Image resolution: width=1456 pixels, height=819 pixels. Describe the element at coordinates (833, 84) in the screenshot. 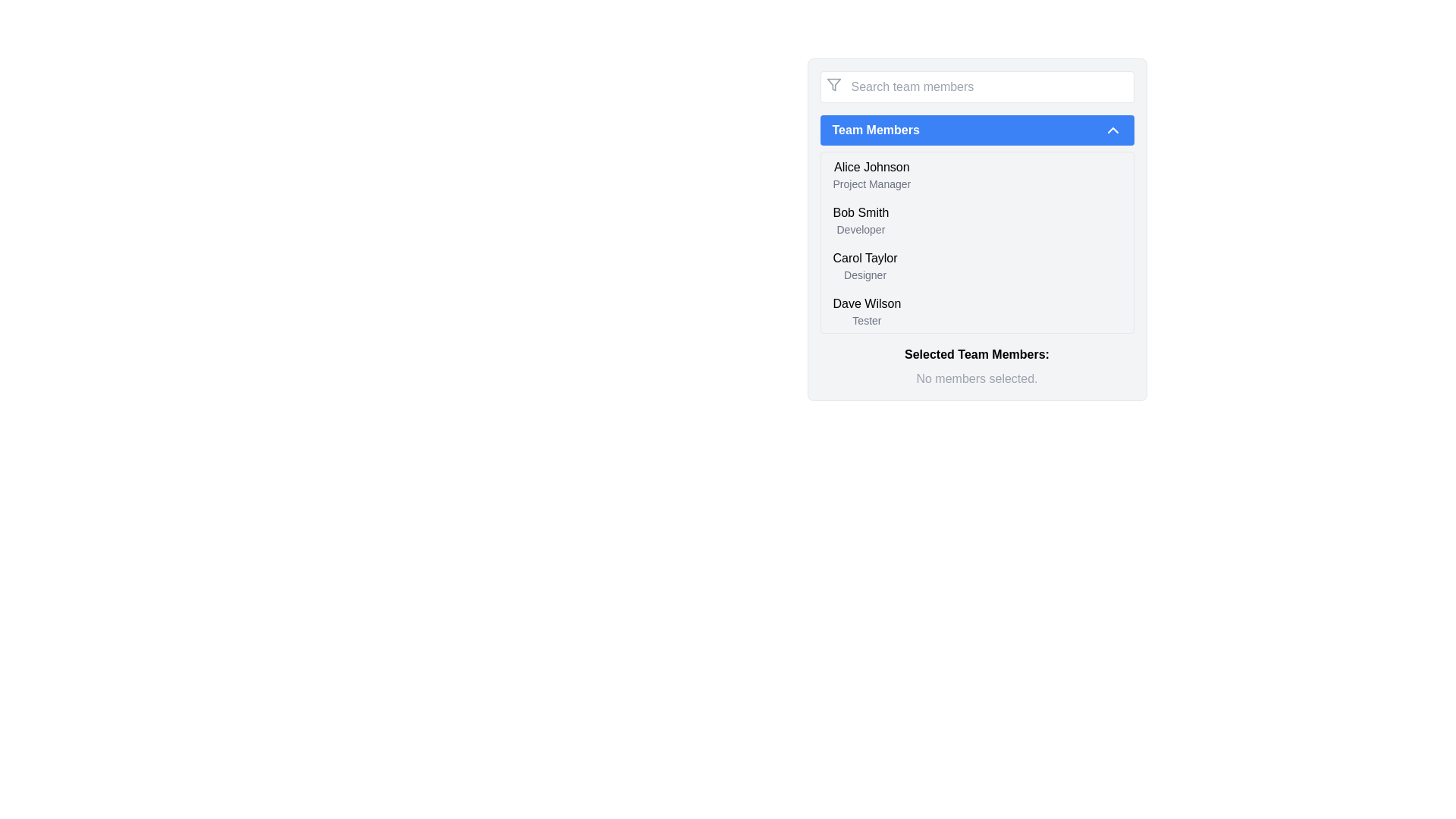

I see `the funnel-shaped filter icon with a gray color and outlined design, located to the left of the 'Search team members' input field` at that location.